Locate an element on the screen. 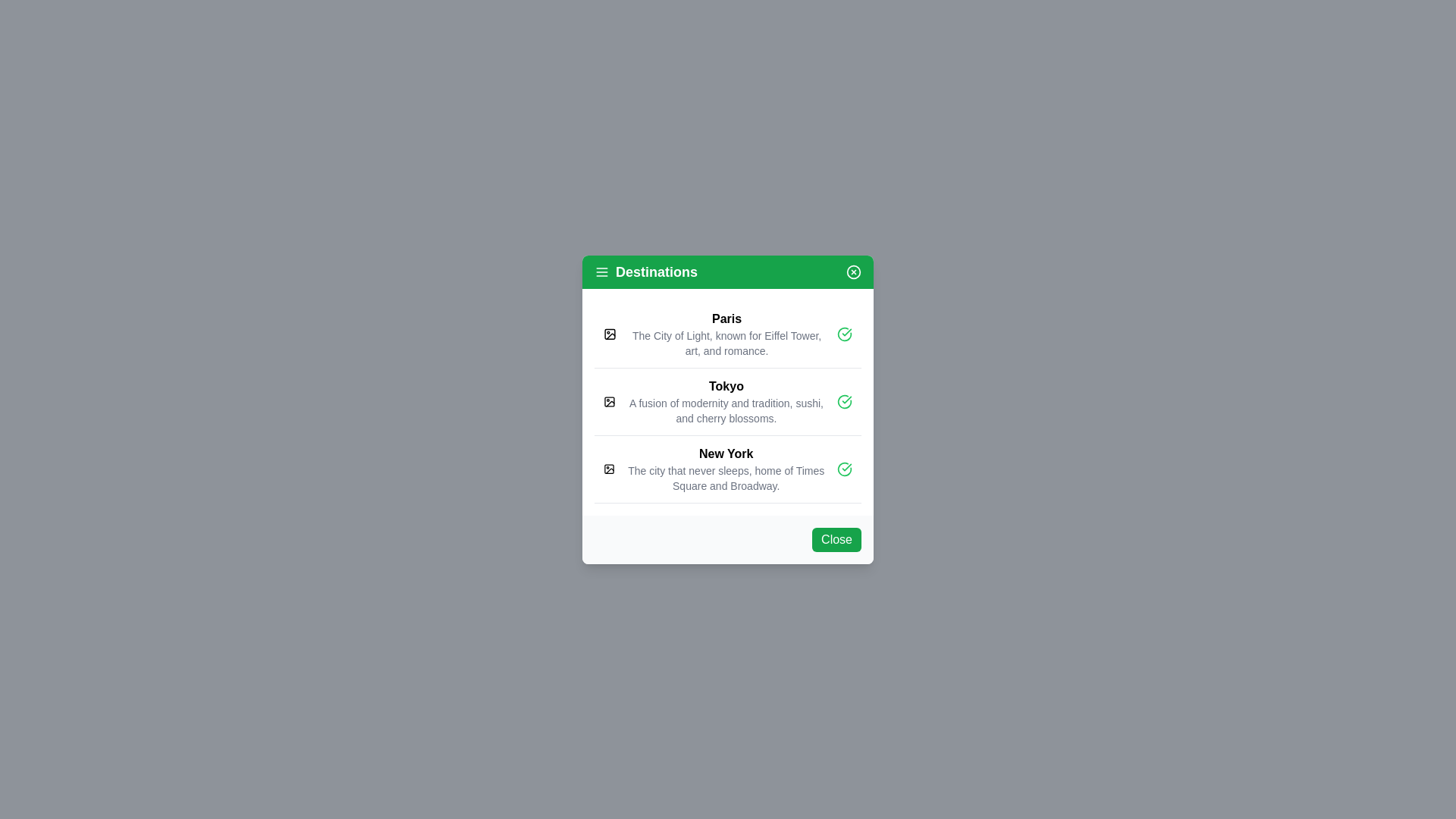  the checkmark icon on the list item labeled 'Tokyo' is located at coordinates (728, 400).